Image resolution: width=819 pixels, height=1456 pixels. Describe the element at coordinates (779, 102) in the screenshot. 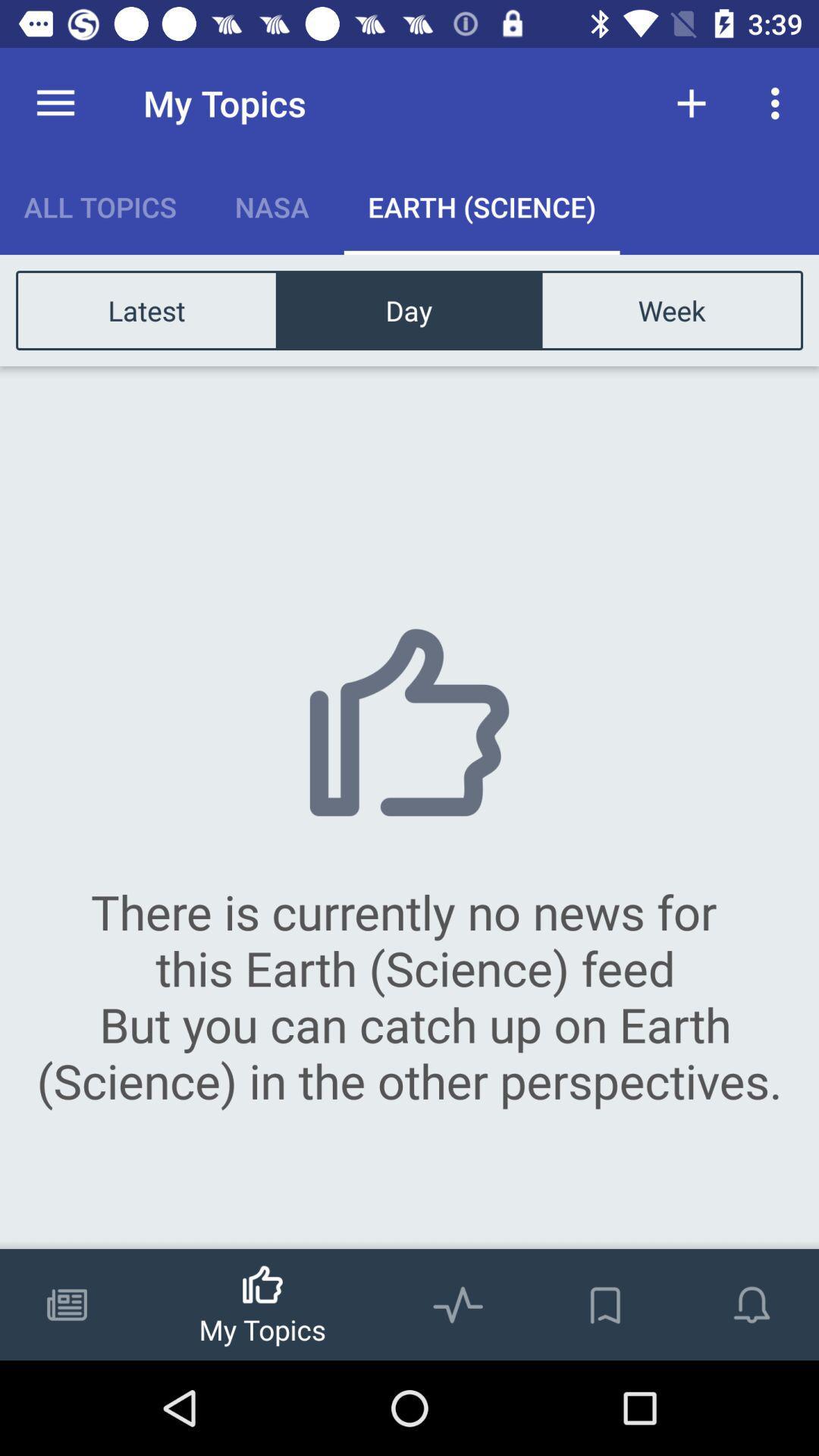

I see `icon above week icon` at that location.